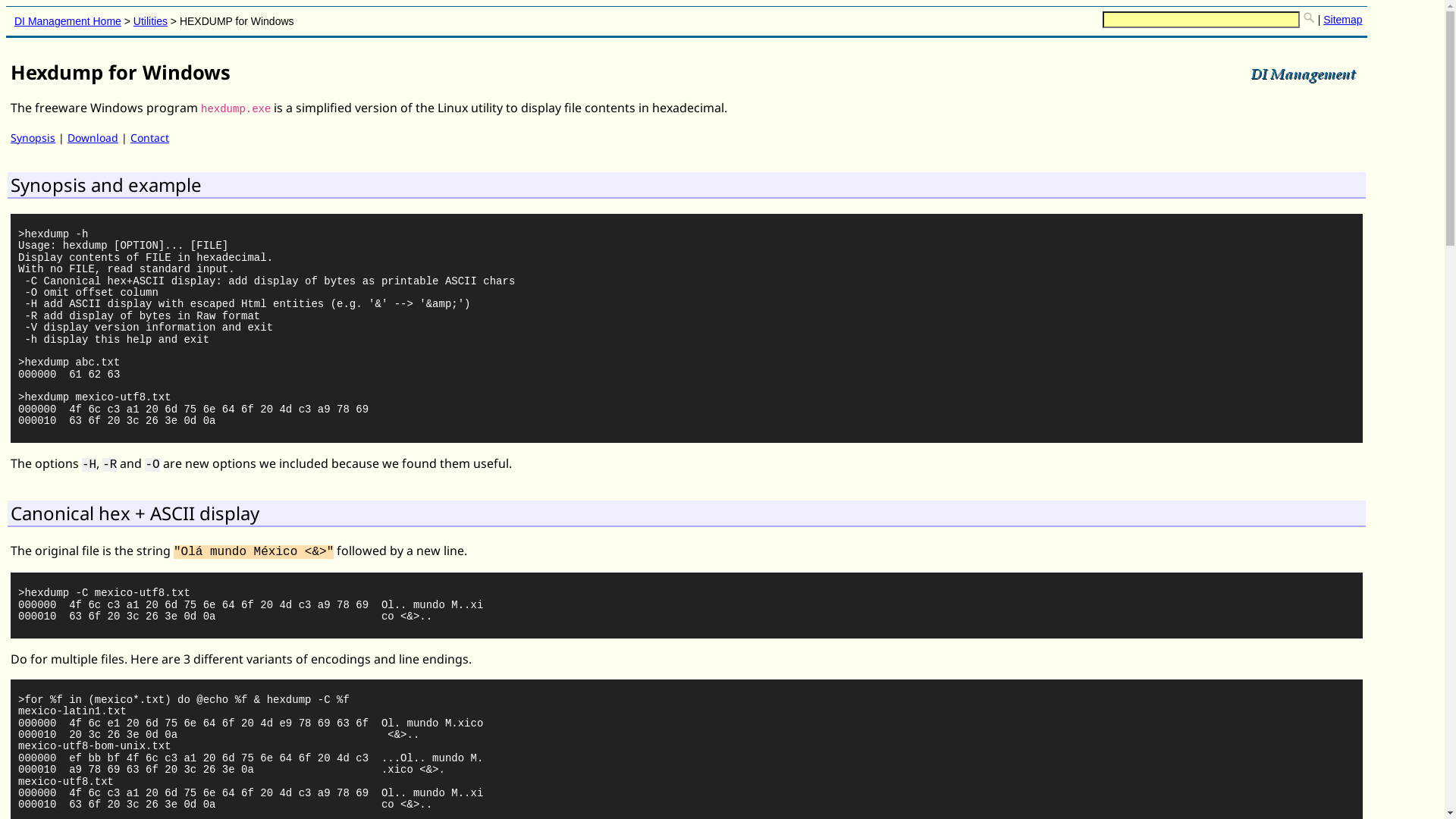  What do you see at coordinates (1323, 20) in the screenshot?
I see `'Sitemap'` at bounding box center [1323, 20].